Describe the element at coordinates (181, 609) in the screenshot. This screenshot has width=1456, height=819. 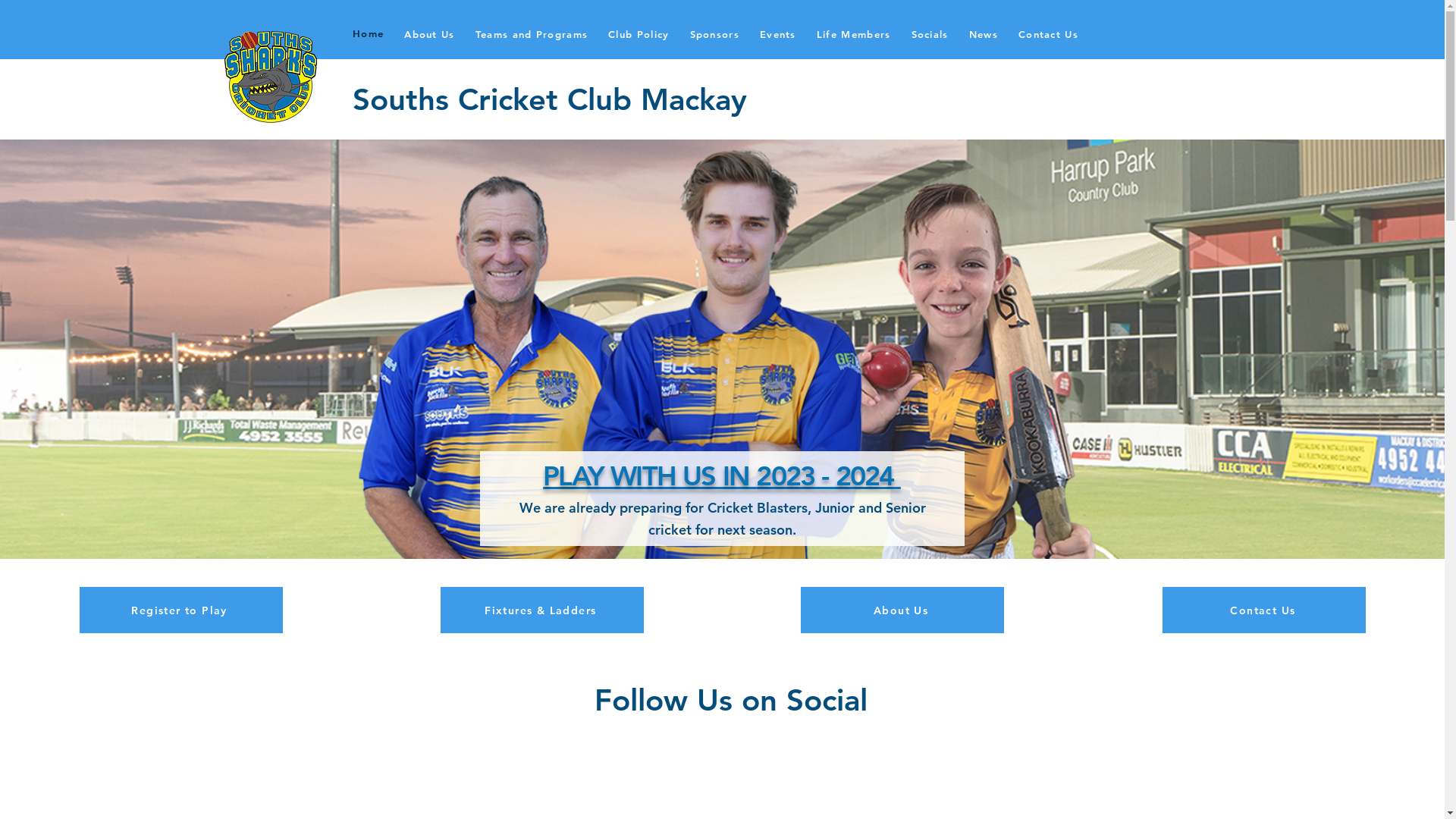
I see `'Register to Play'` at that location.